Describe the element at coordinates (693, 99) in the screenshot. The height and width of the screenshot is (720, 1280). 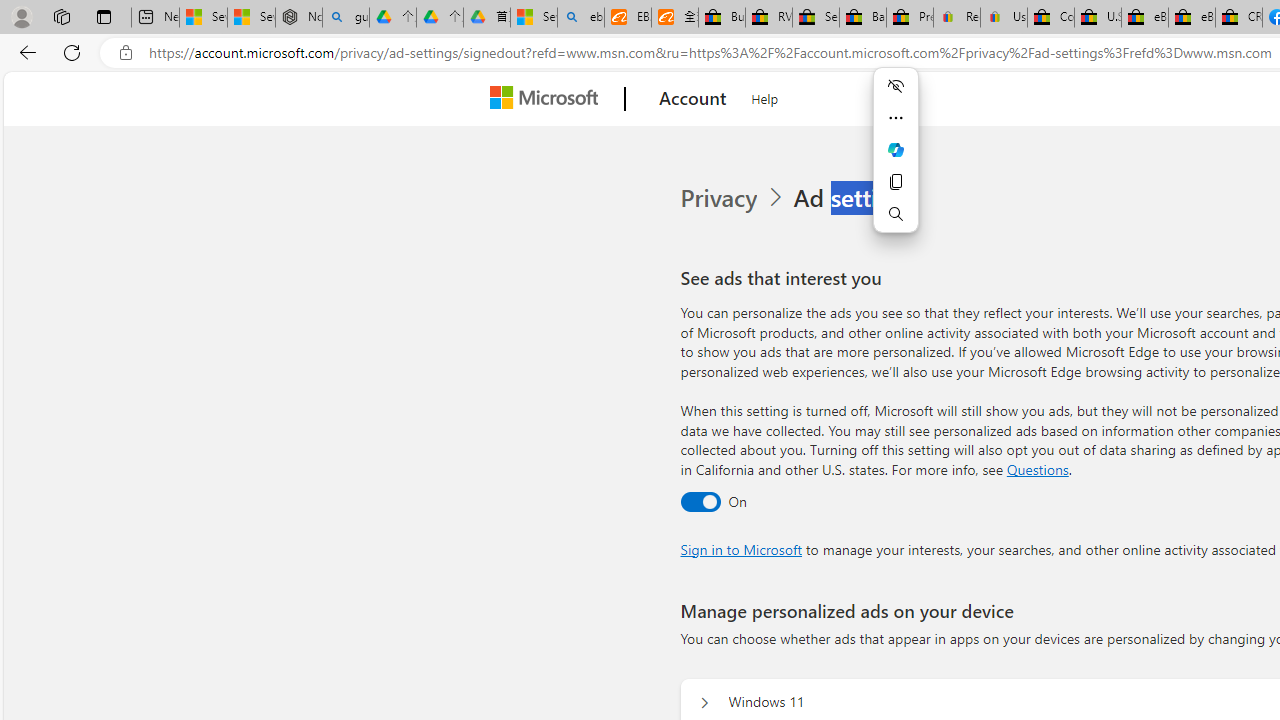
I see `'Account'` at that location.